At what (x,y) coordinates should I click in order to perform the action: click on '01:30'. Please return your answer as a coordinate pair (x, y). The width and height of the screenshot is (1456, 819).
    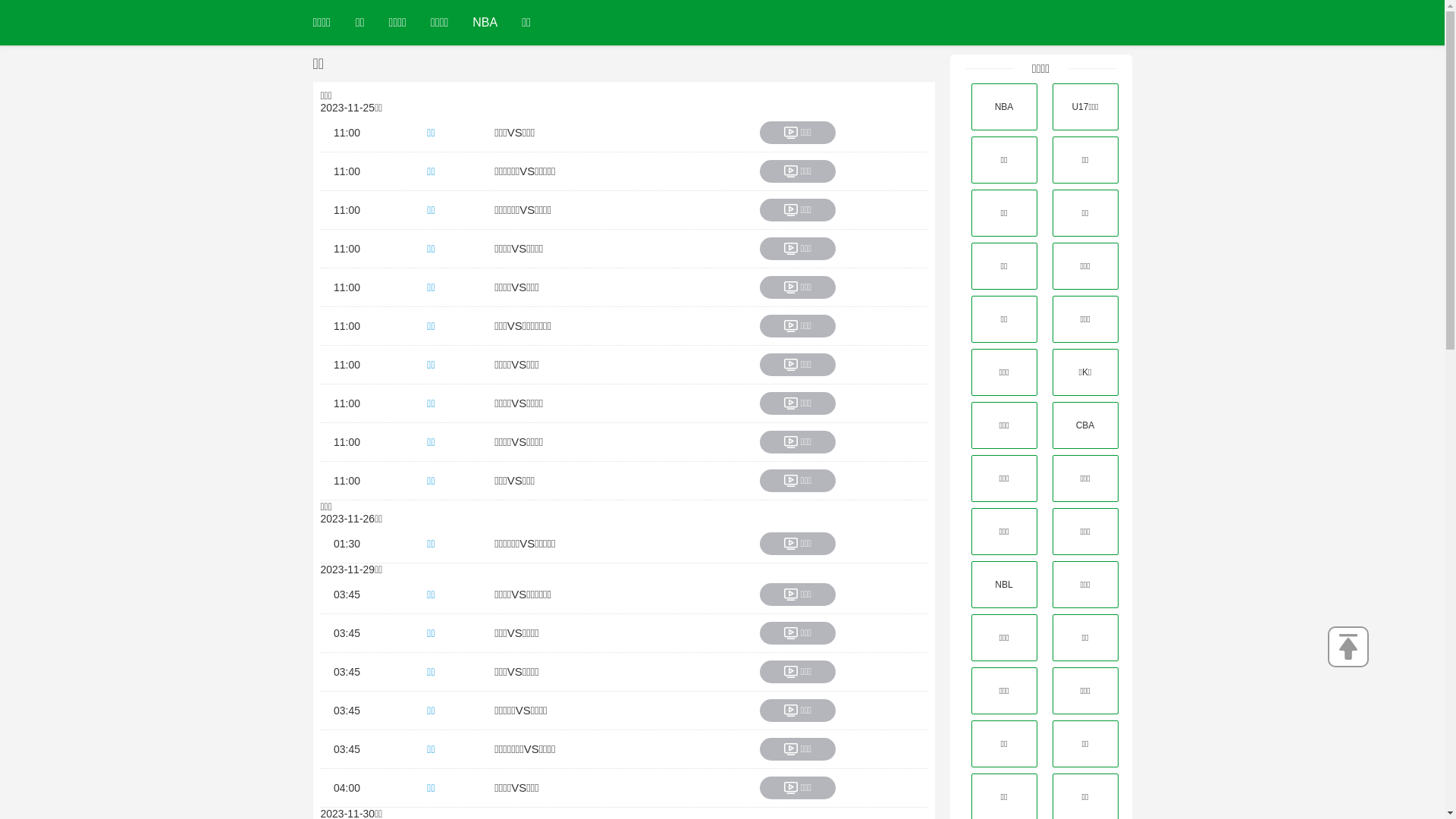
    Looking at the image, I should click on (346, 543).